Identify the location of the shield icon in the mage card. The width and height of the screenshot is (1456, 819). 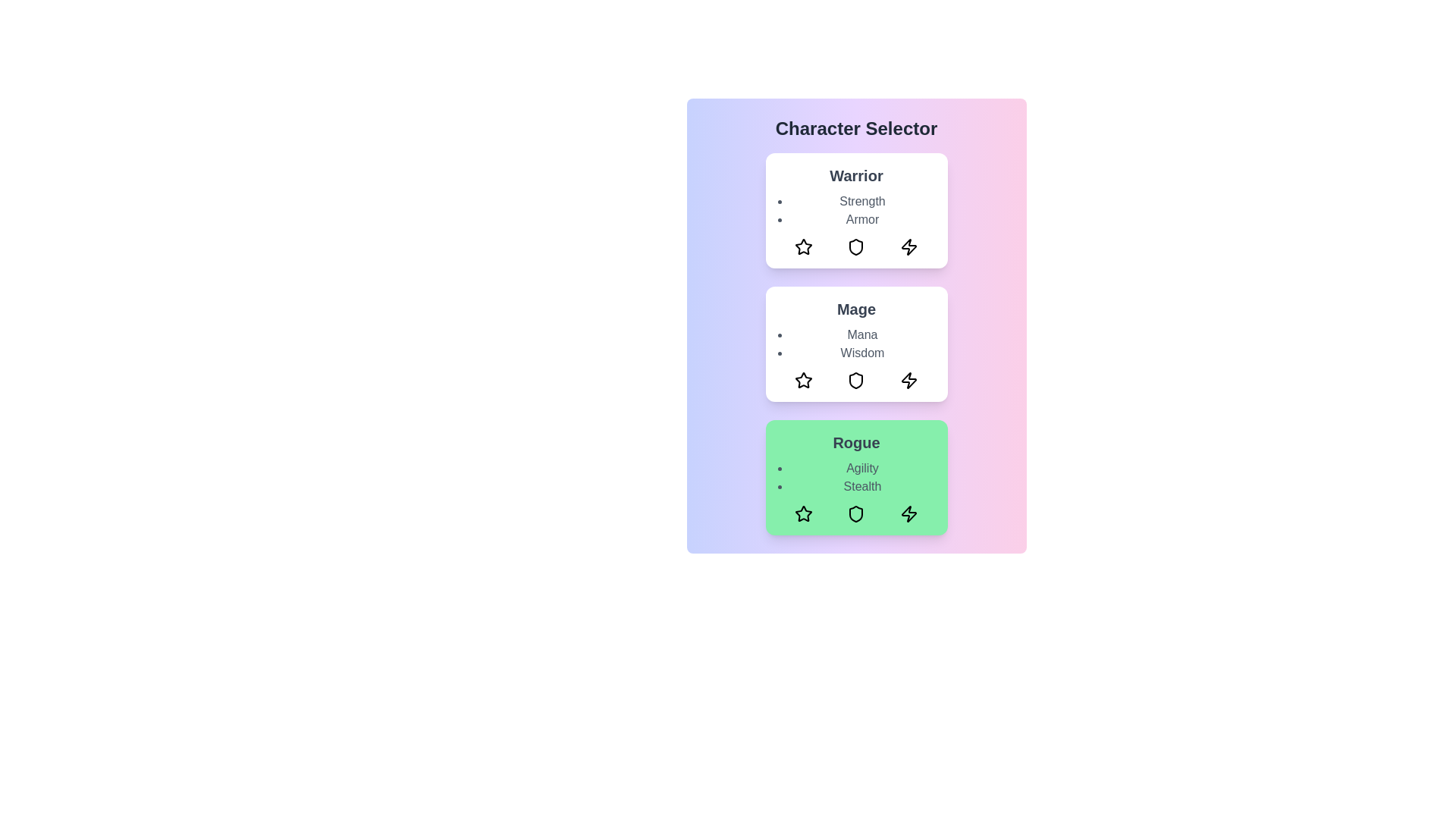
(856, 379).